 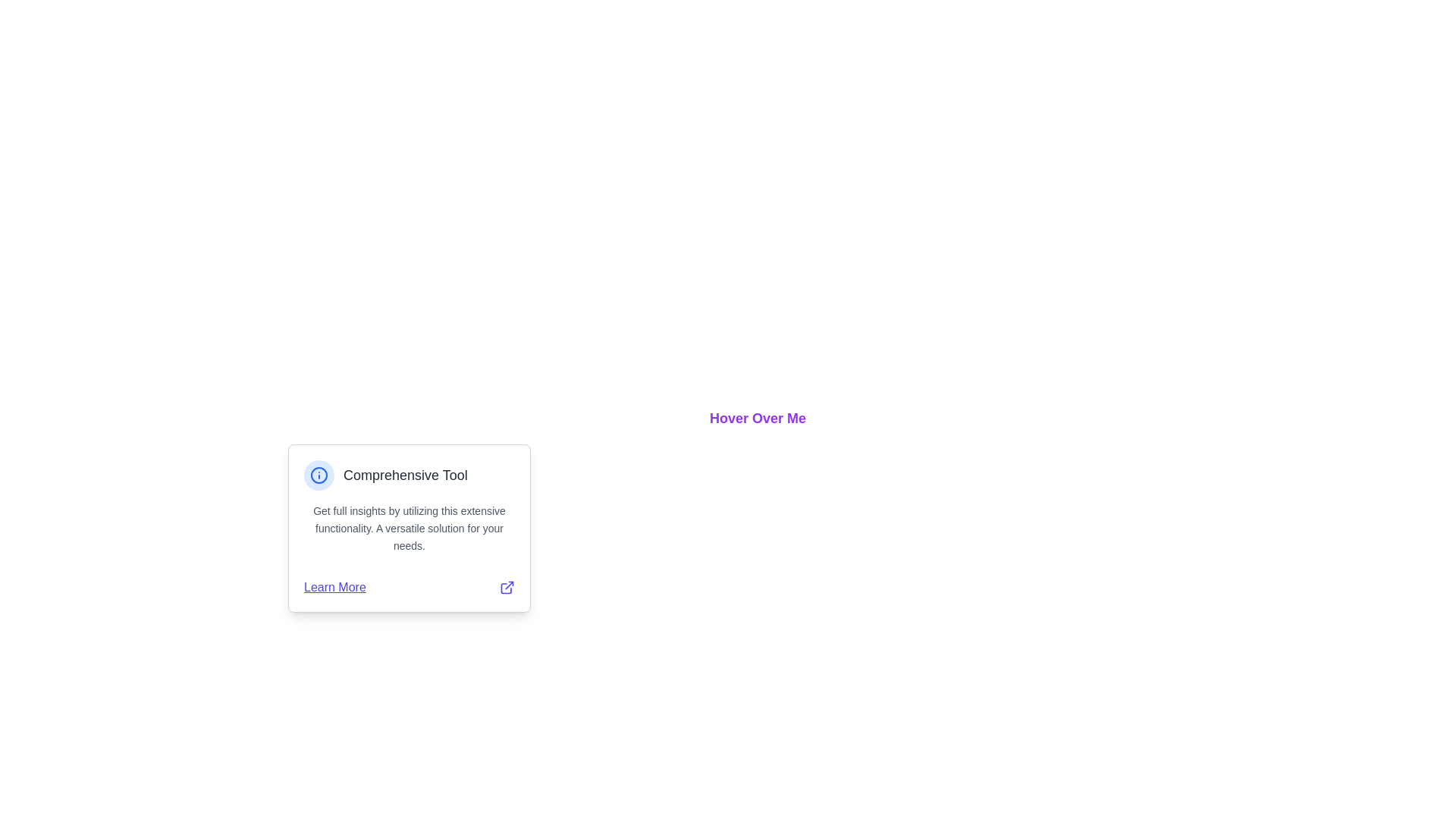 What do you see at coordinates (318, 475) in the screenshot?
I see `the circular icon with a light blue background and a white 'i' symbol, which is located to the left of the 'Comprehensive Tool' text label in the card's top-left corner` at bounding box center [318, 475].